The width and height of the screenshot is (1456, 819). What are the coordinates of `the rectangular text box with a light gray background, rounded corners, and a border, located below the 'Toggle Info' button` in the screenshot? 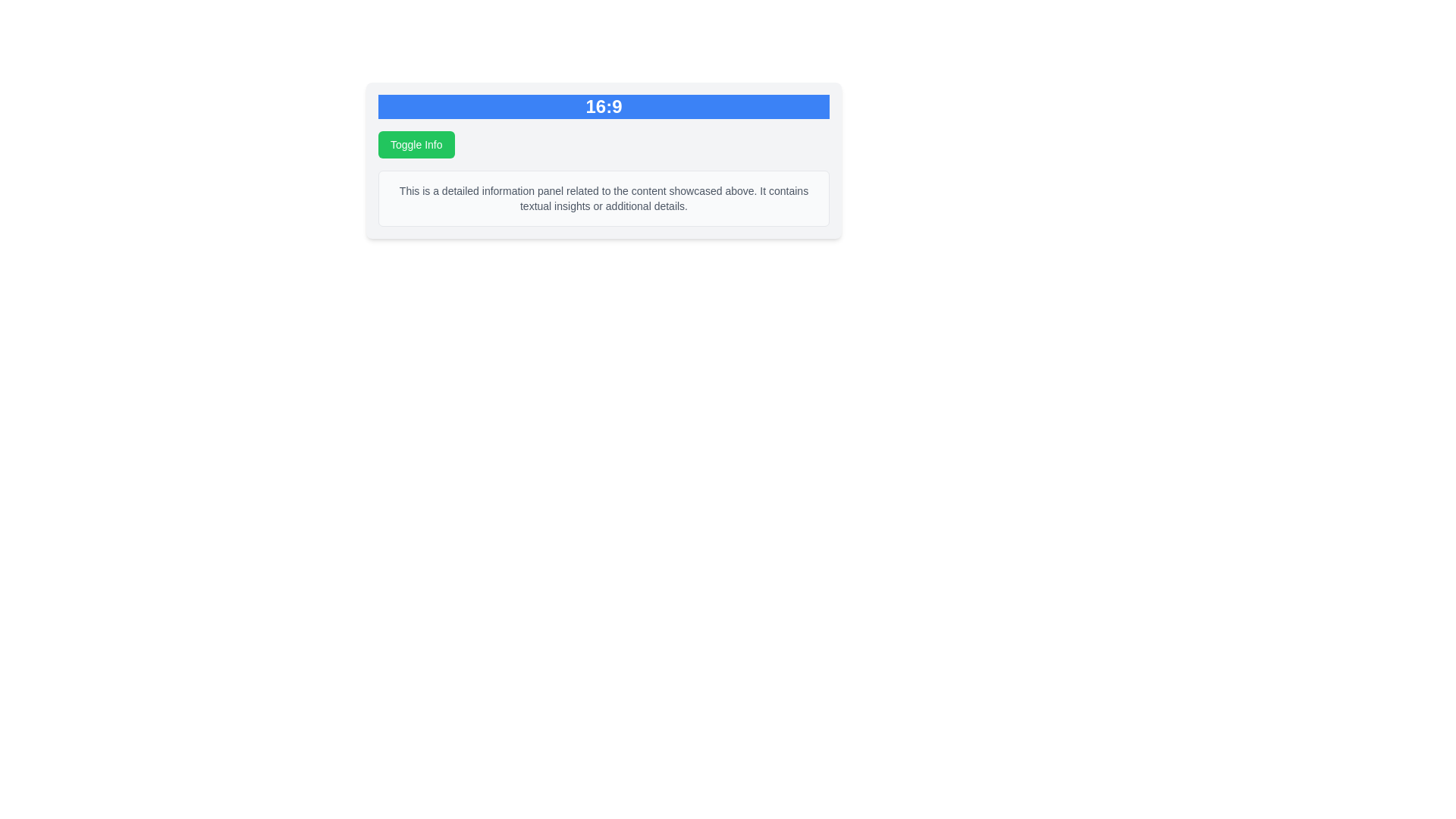 It's located at (603, 198).